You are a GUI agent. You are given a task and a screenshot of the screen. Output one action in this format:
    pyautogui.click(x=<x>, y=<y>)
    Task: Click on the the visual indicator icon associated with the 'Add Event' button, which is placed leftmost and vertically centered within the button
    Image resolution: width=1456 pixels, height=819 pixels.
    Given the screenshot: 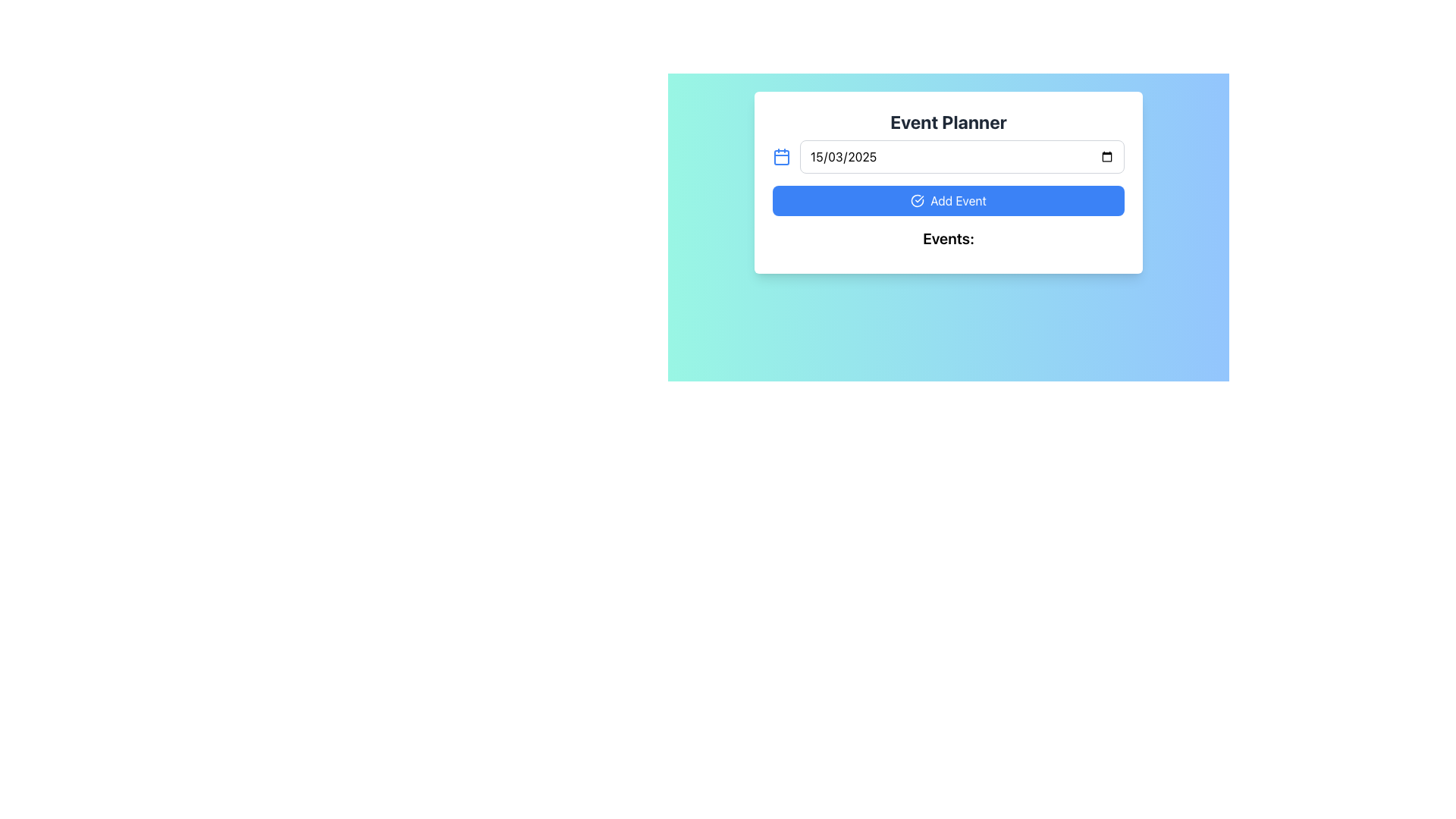 What is the action you would take?
    pyautogui.click(x=916, y=200)
    